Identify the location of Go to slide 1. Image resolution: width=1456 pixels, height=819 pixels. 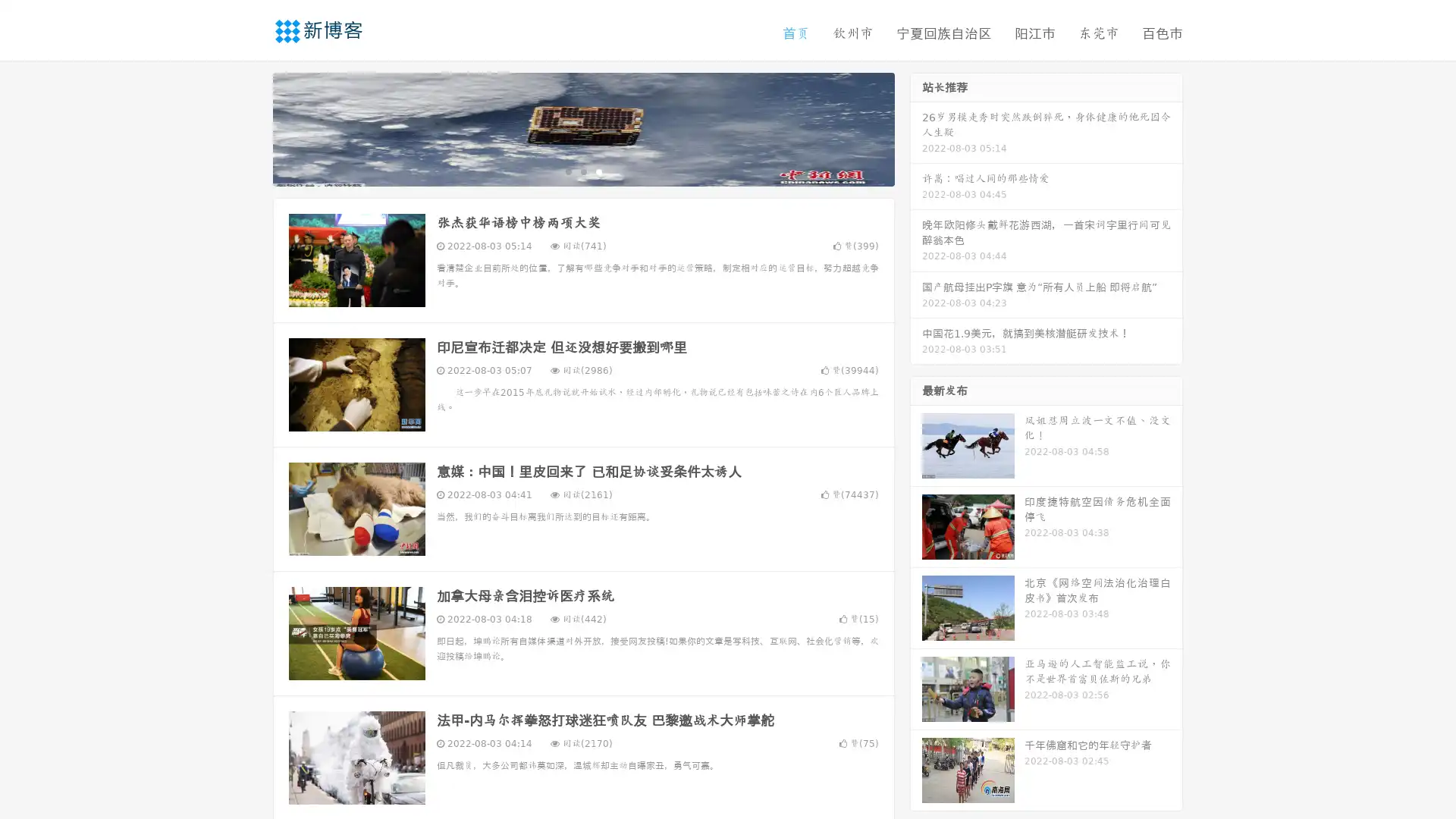
(567, 171).